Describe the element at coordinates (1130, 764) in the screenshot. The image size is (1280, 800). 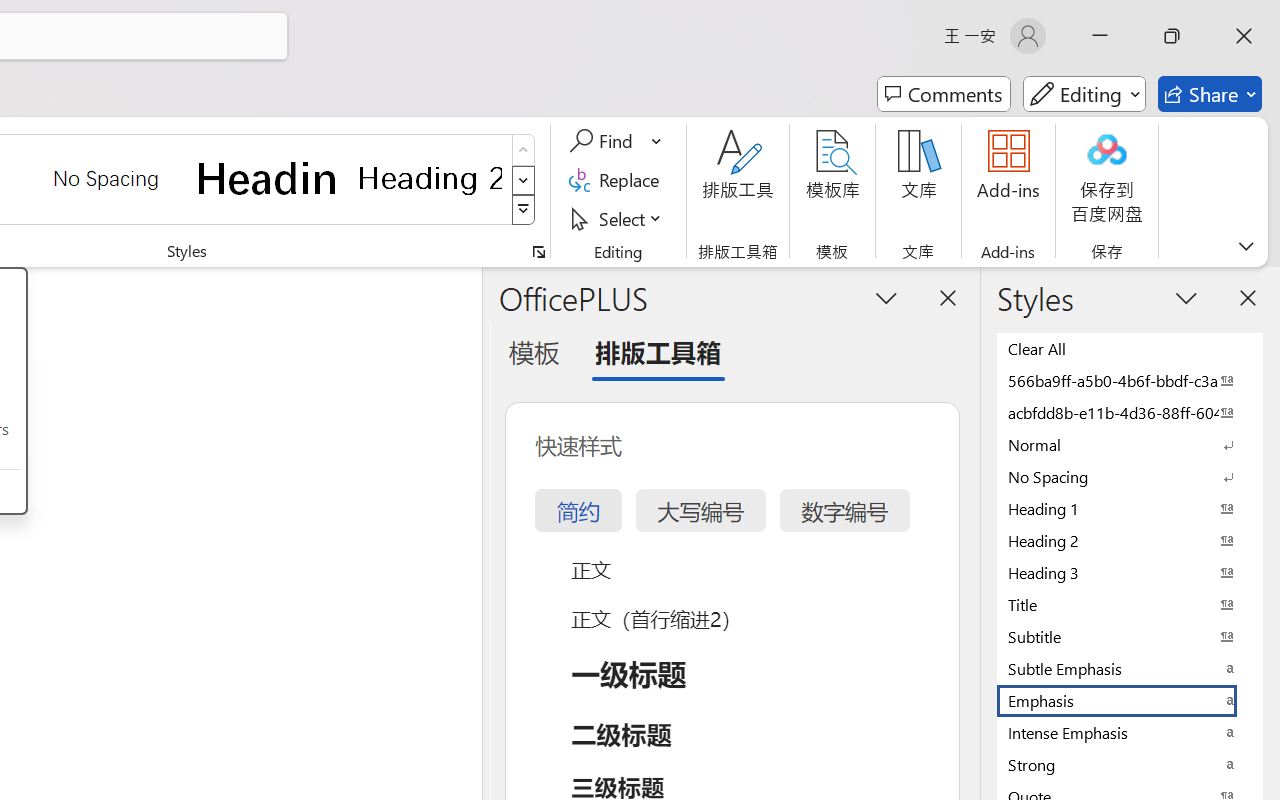
I see `'Strong'` at that location.